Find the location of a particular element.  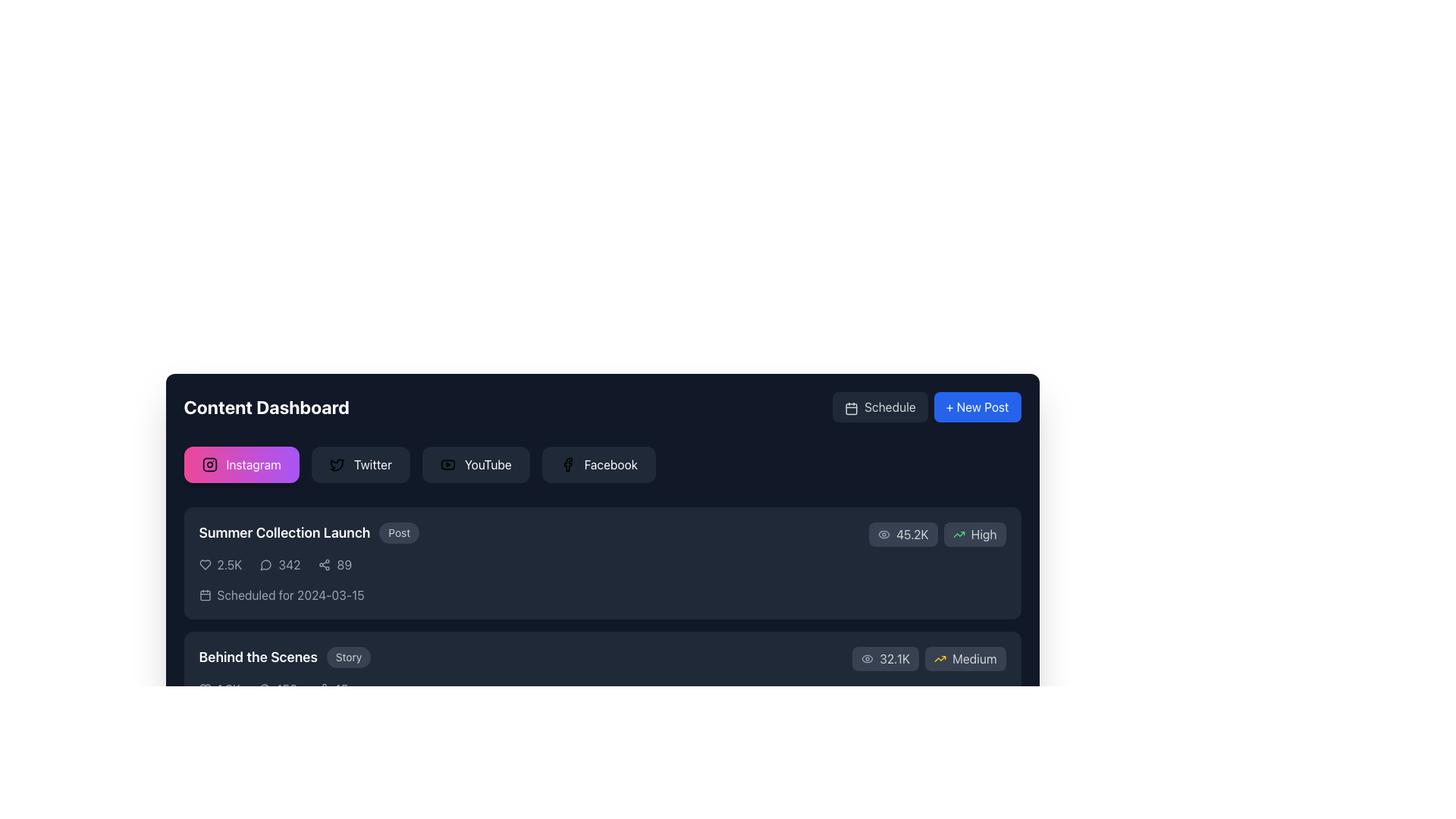

the Twitter icon located at the top section of the interface is located at coordinates (336, 464).